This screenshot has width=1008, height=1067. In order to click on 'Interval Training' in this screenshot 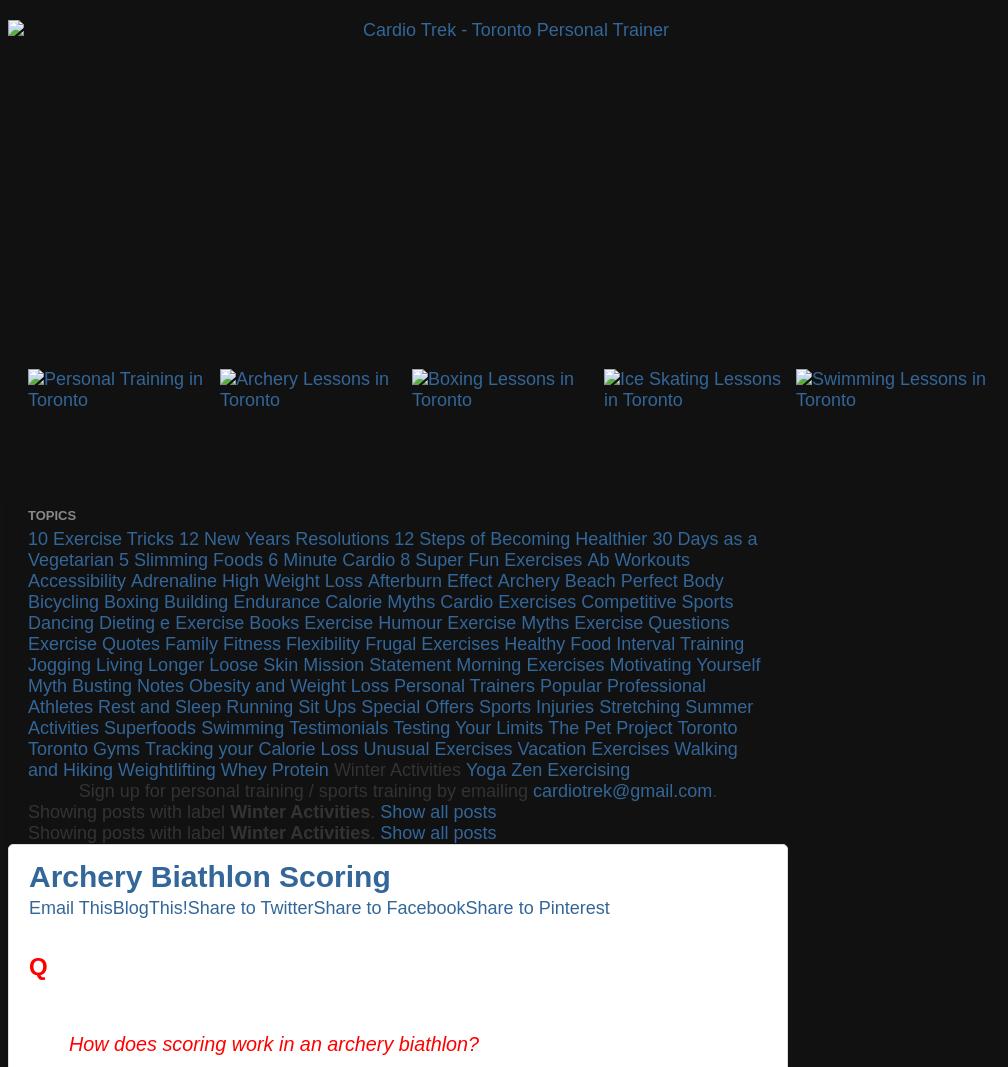, I will do `click(679, 644)`.